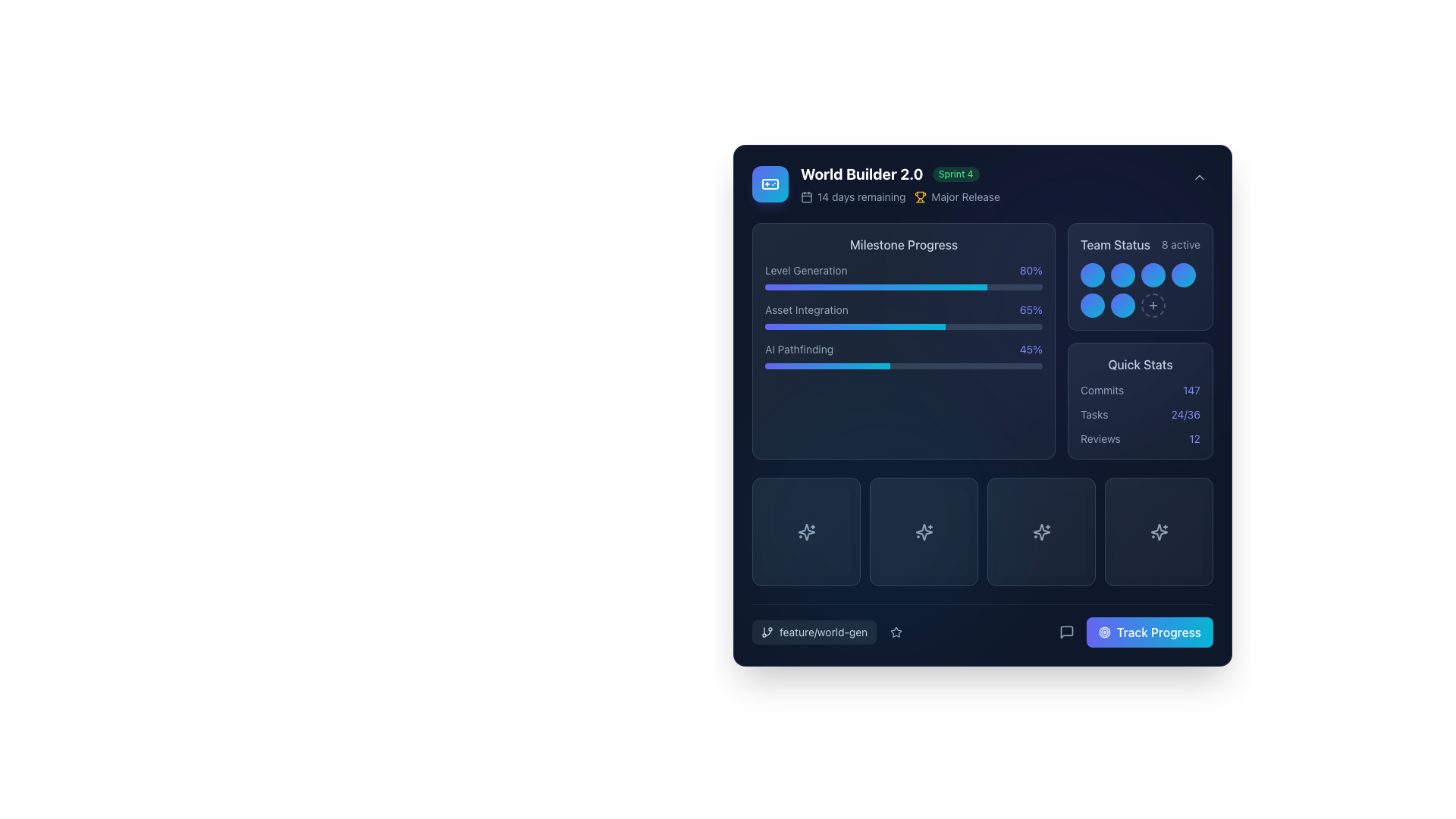 Image resolution: width=1456 pixels, height=819 pixels. What do you see at coordinates (911, 287) in the screenshot?
I see `progress` at bounding box center [911, 287].